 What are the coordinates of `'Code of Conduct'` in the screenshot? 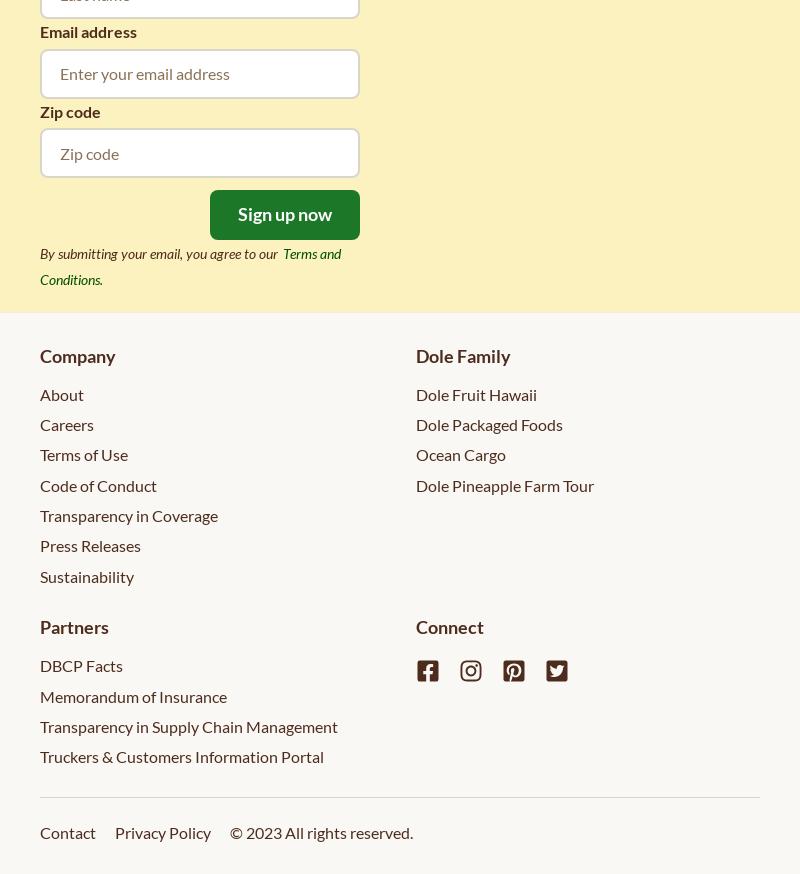 It's located at (98, 483).